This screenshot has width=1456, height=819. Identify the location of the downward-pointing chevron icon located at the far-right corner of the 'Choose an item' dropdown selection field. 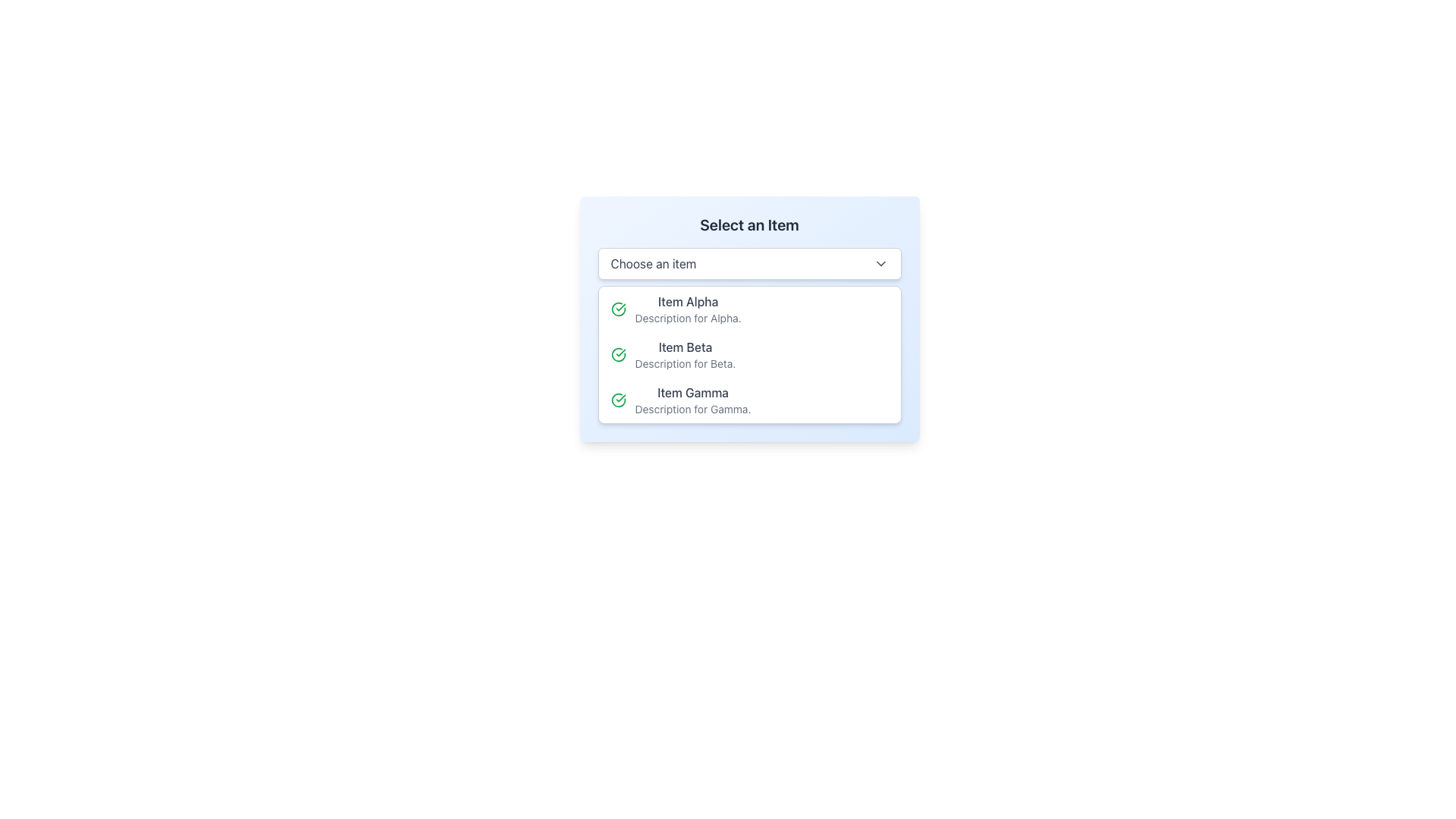
(880, 262).